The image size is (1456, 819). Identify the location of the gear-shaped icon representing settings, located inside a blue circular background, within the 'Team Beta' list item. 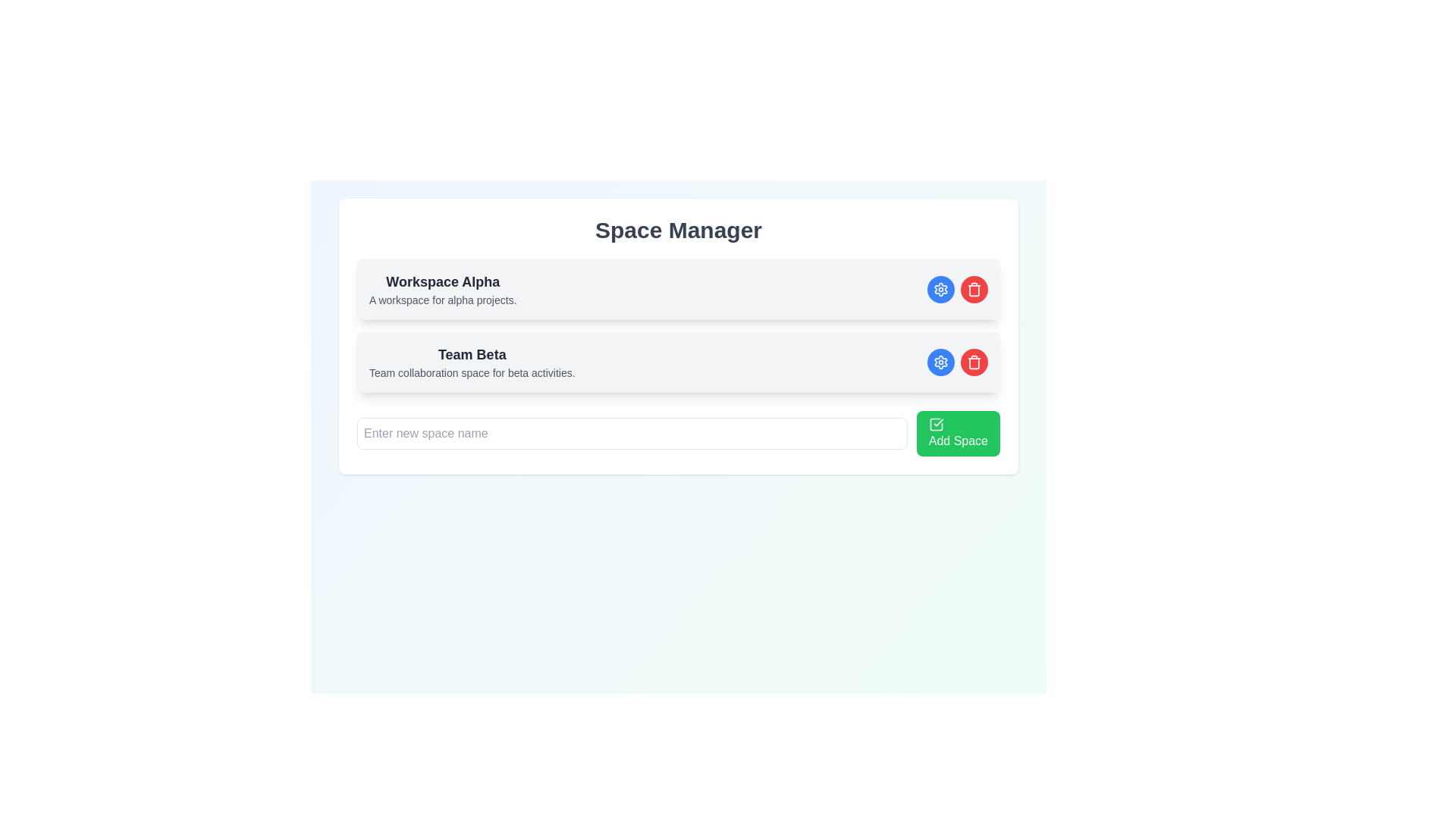
(940, 362).